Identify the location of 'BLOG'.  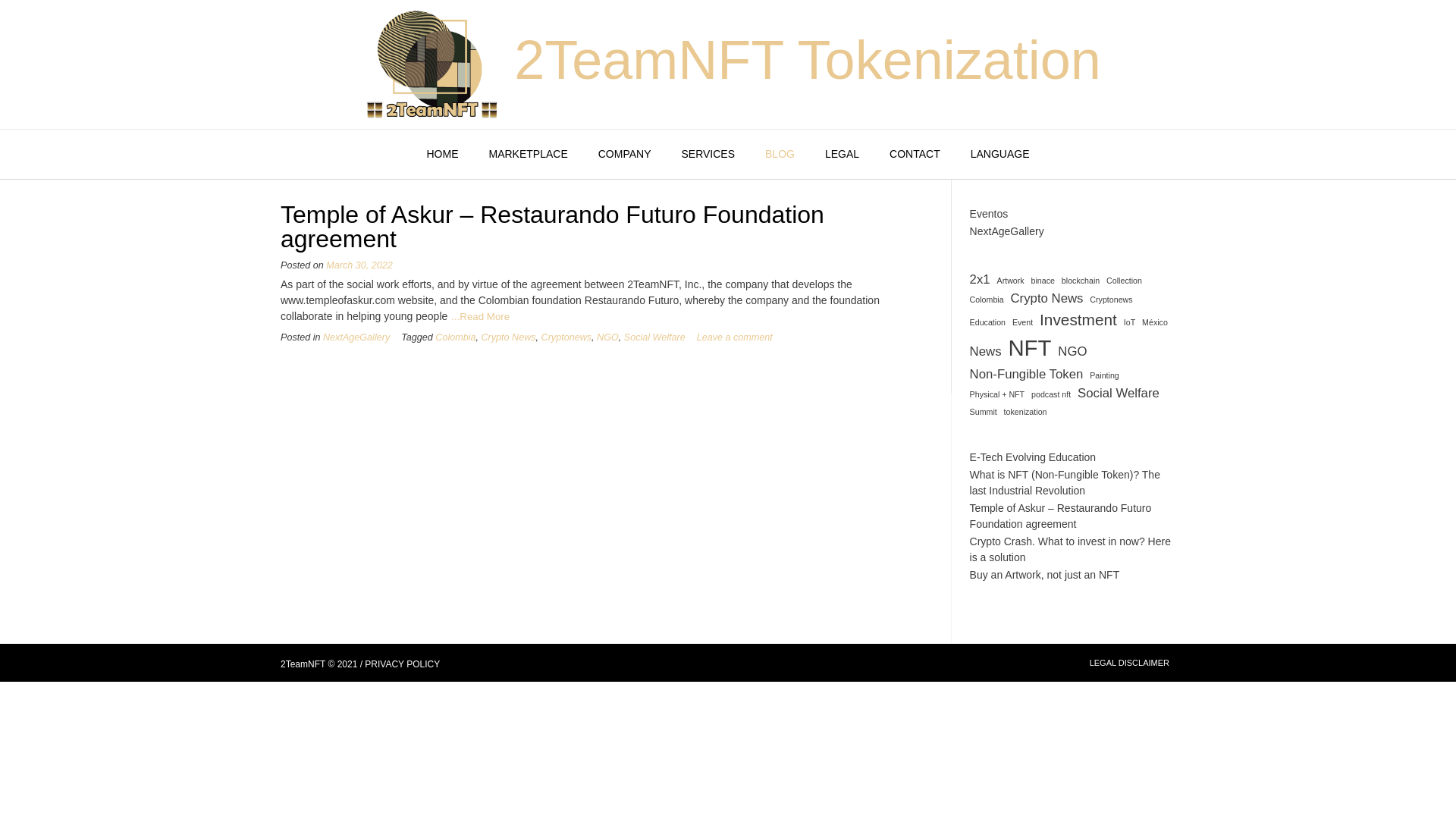
(780, 155).